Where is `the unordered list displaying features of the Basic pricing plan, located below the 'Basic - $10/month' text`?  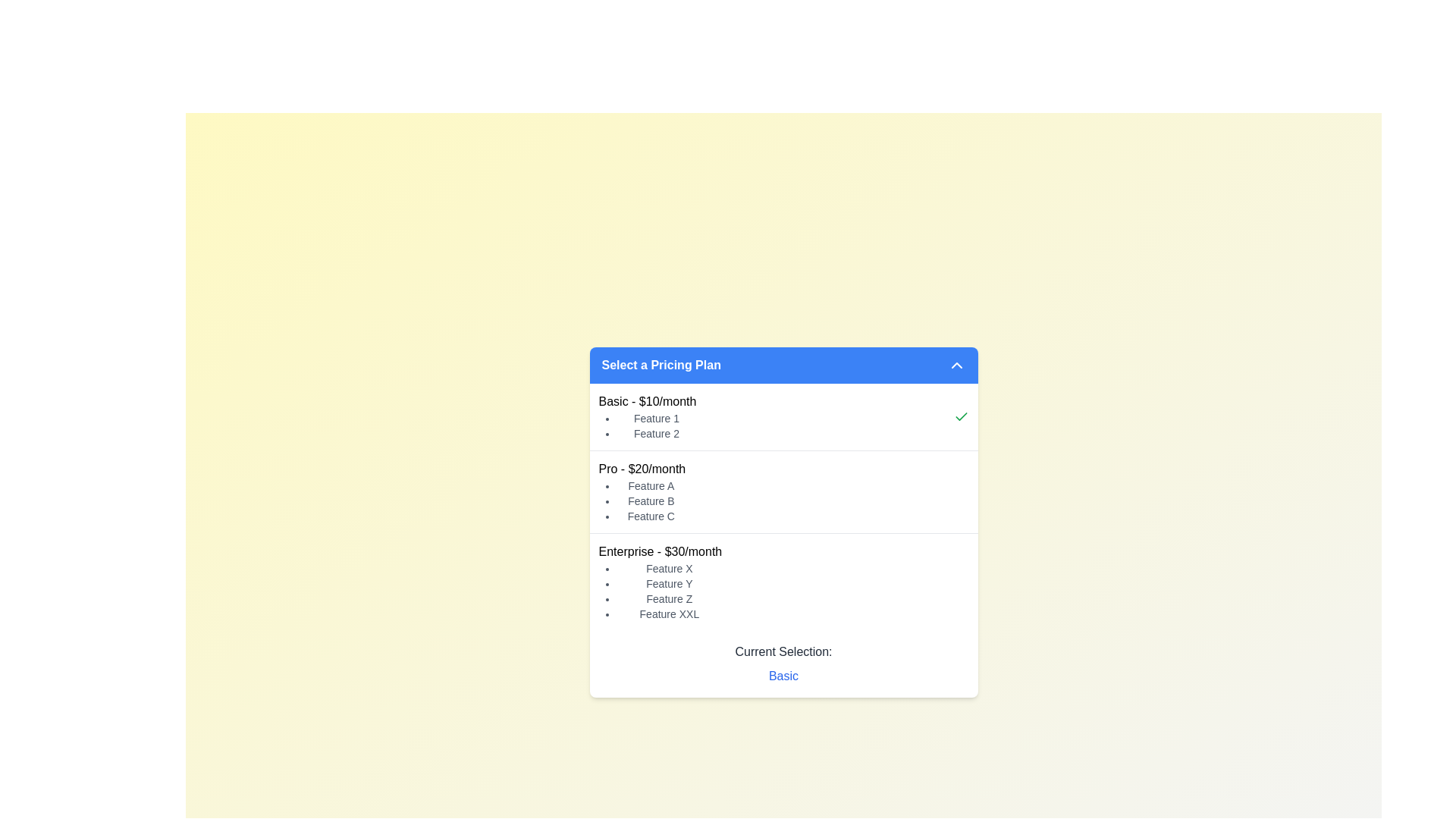 the unordered list displaying features of the Basic pricing plan, located below the 'Basic - $10/month' text is located at coordinates (648, 426).